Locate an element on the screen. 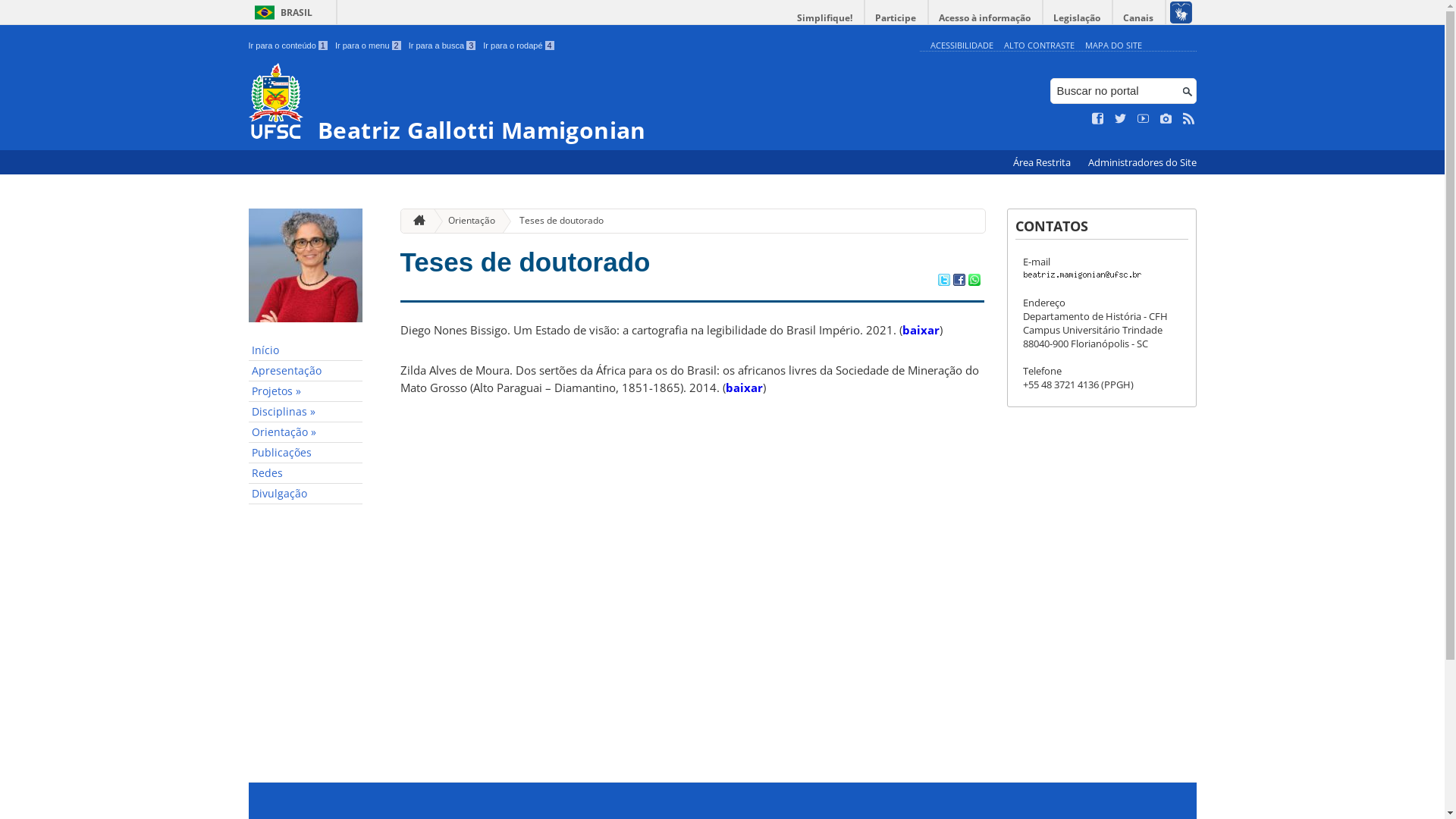 The width and height of the screenshot is (1456, 819). 'BRASIL' is located at coordinates (281, 12).